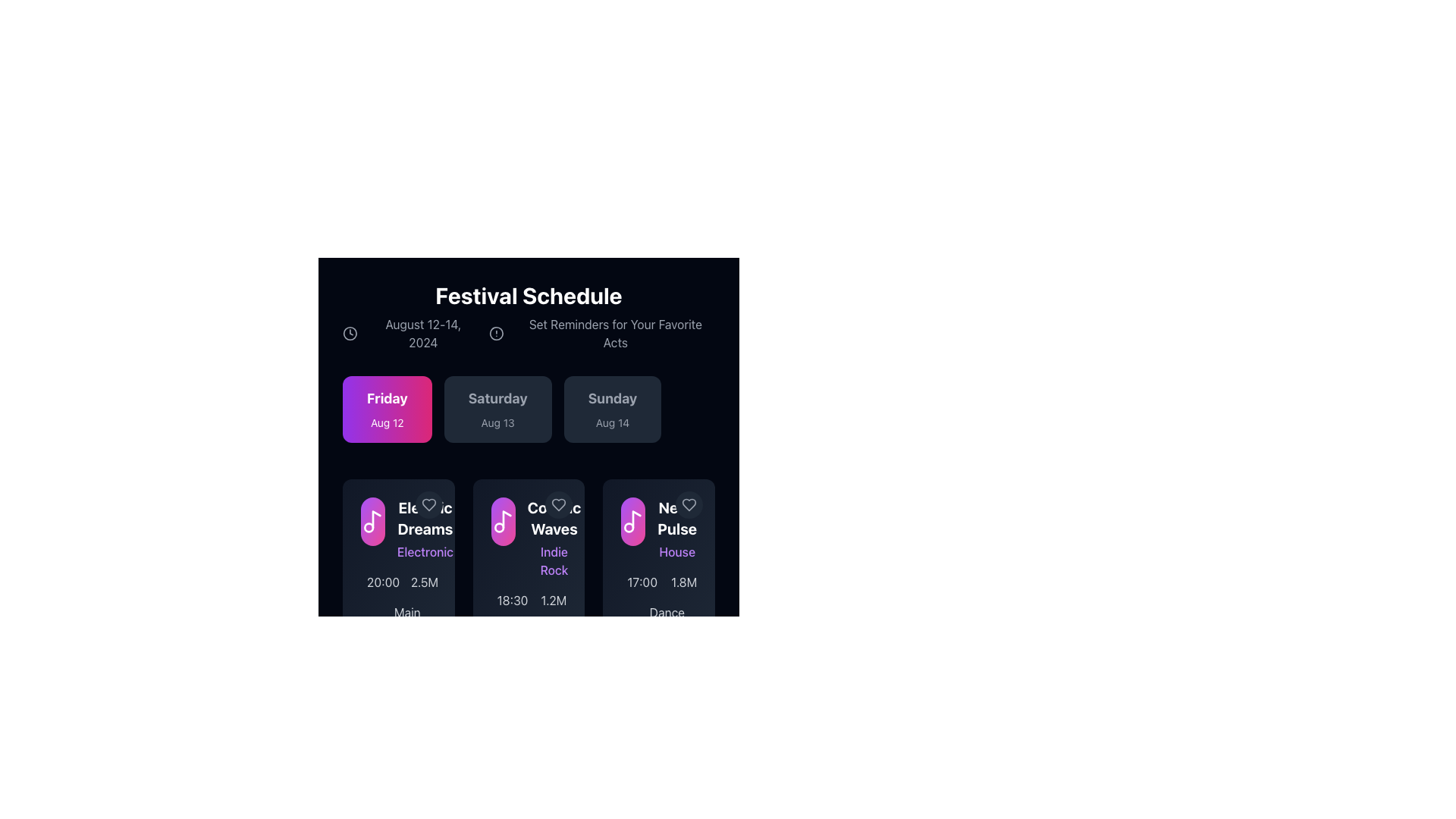  I want to click on the hollow heart-shaped icon located in the top-right corner of the second event card under 'Festival Schedule', so click(688, 505).